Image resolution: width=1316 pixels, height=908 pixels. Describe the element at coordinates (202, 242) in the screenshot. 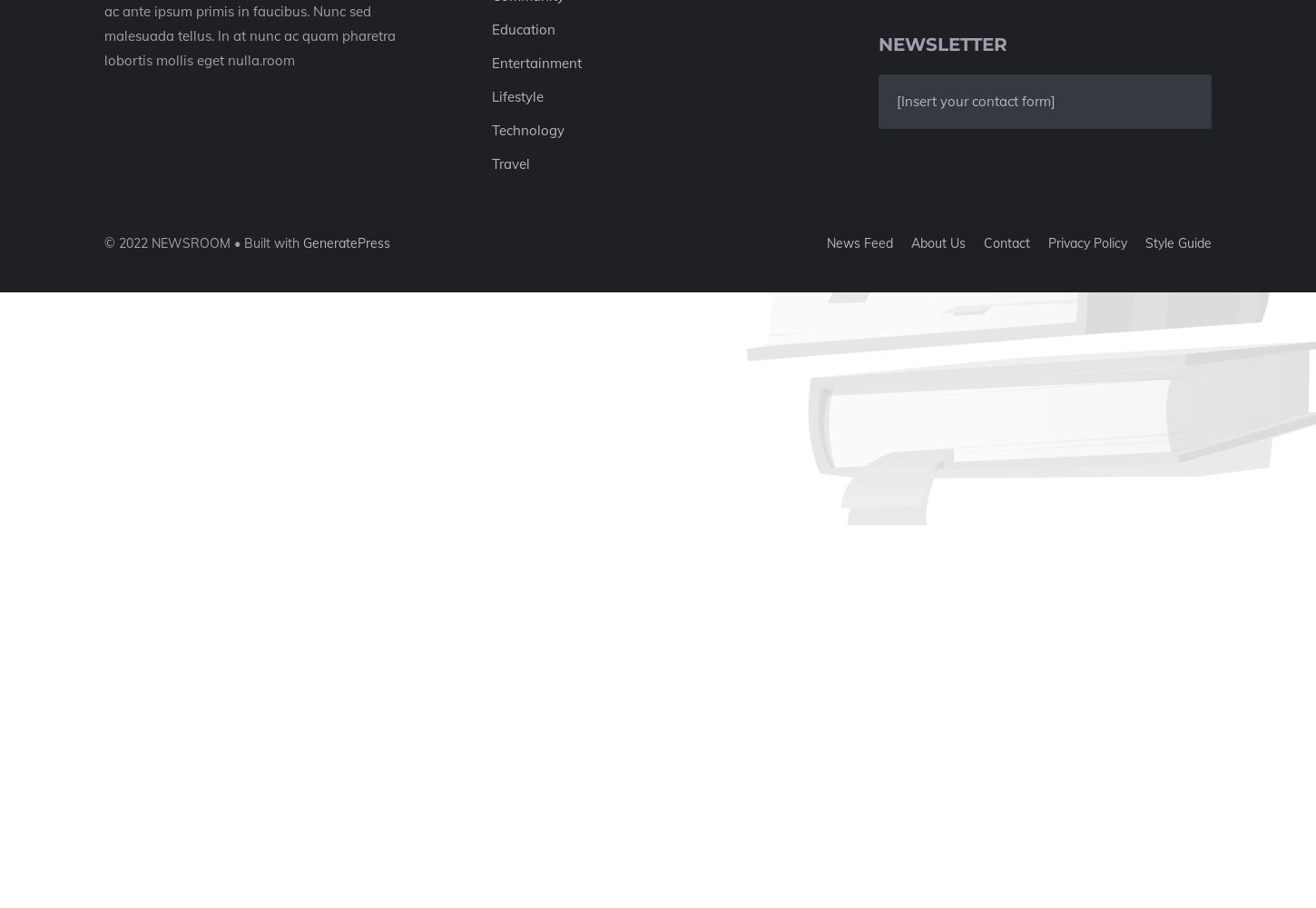

I see `'© 2022 NEWSROOM • Built with'` at that location.